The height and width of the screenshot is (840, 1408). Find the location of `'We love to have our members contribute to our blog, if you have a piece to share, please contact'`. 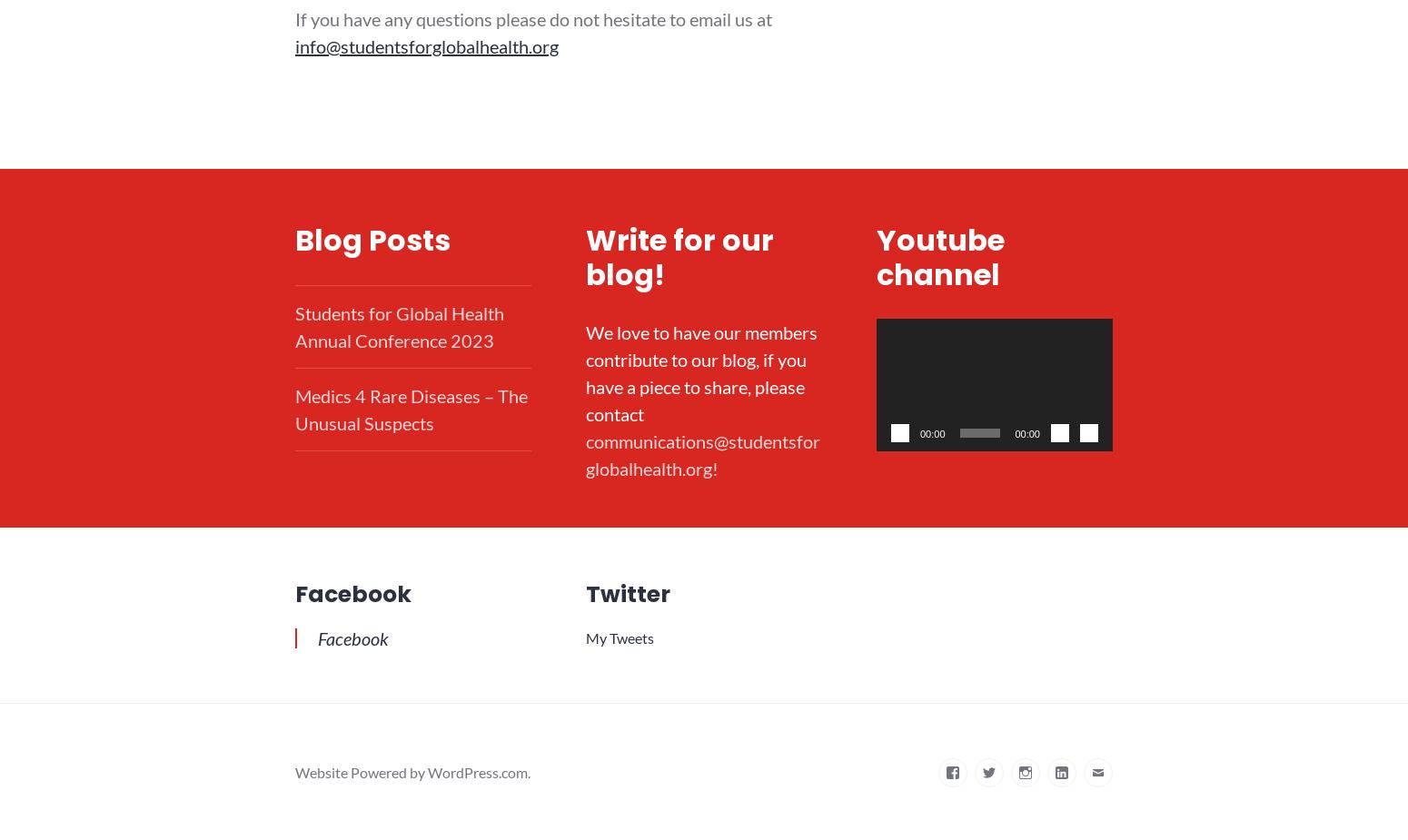

'We love to have our members contribute to our blog, if you have a piece to share, please contact' is located at coordinates (584, 371).